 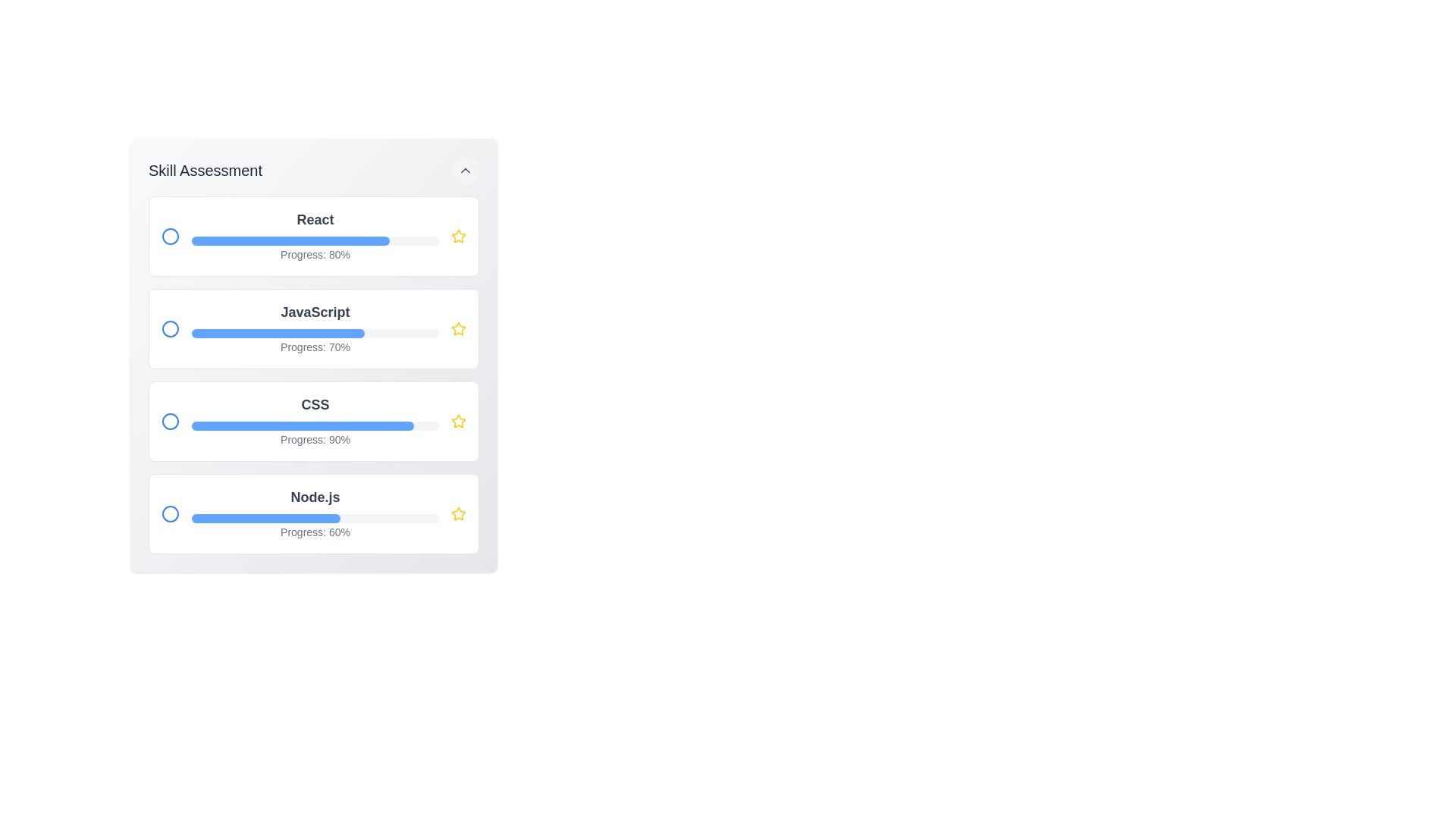 What do you see at coordinates (312, 513) in the screenshot?
I see `the skill item corresponding to Node.js` at bounding box center [312, 513].